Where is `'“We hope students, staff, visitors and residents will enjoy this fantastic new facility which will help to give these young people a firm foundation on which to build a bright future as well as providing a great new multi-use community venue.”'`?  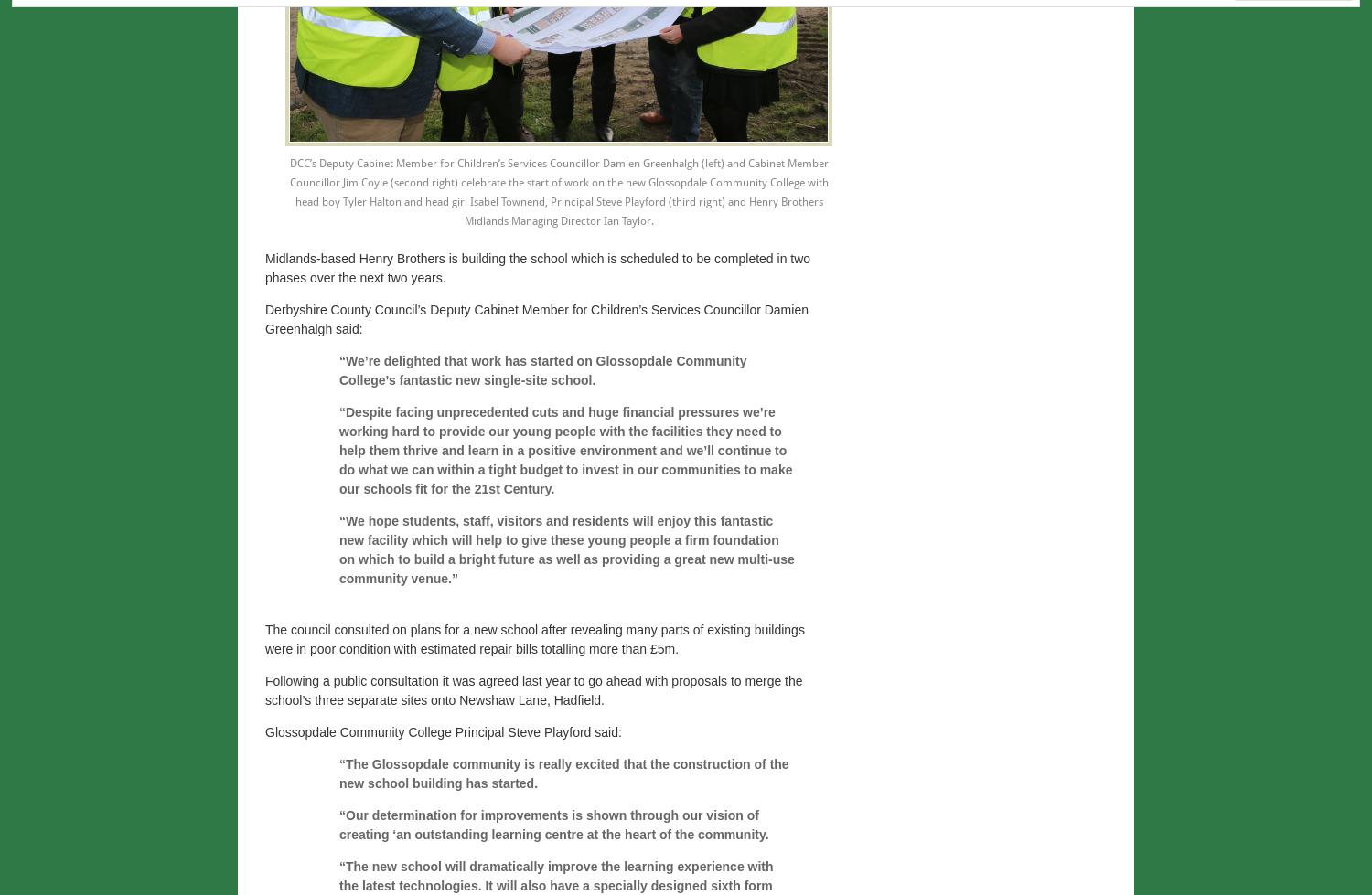 '“We hope students, staff, visitors and residents will enjoy this fantastic new facility which will help to give these young people a firm foundation on which to build a bright future as well as providing a great new multi-use community venue.”' is located at coordinates (565, 549).